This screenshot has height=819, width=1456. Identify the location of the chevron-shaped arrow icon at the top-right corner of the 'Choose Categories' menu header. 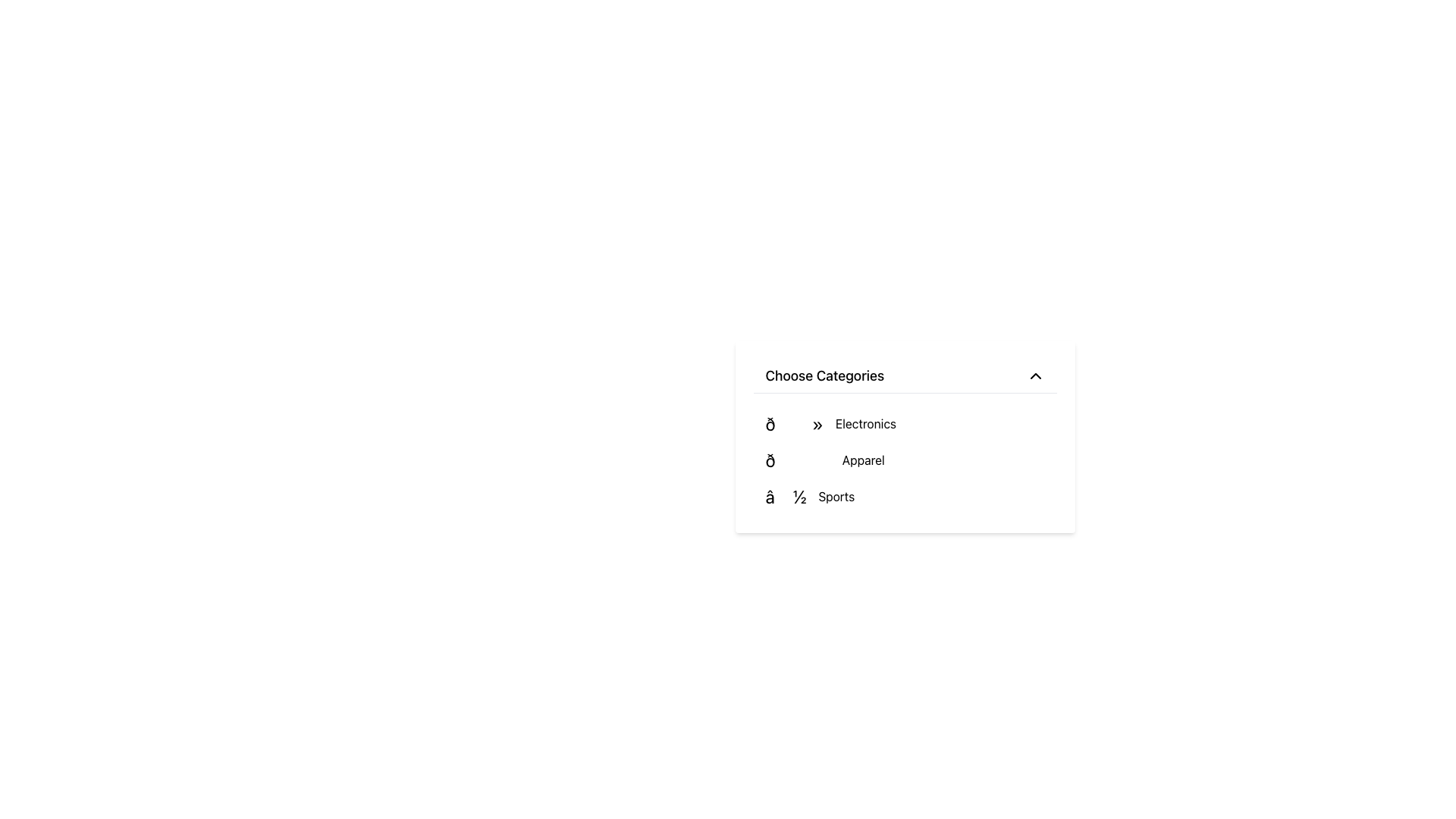
(1034, 375).